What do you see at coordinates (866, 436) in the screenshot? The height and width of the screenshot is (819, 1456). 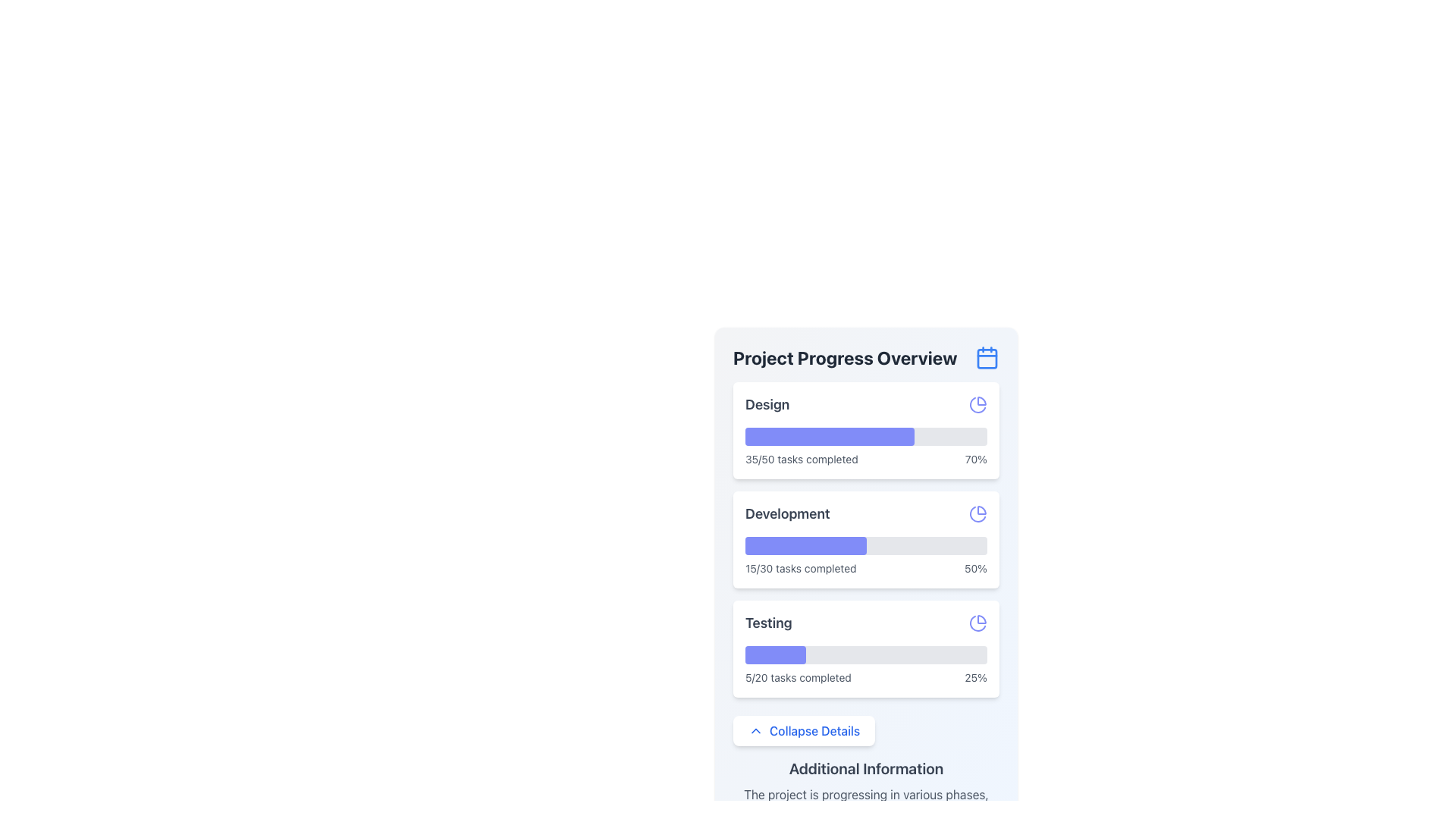 I see `the progress bar located in the 'Project Progress Overview' section, which is styled in indigo and indicates 70% completion, positioned beneath the 'Design' title` at bounding box center [866, 436].